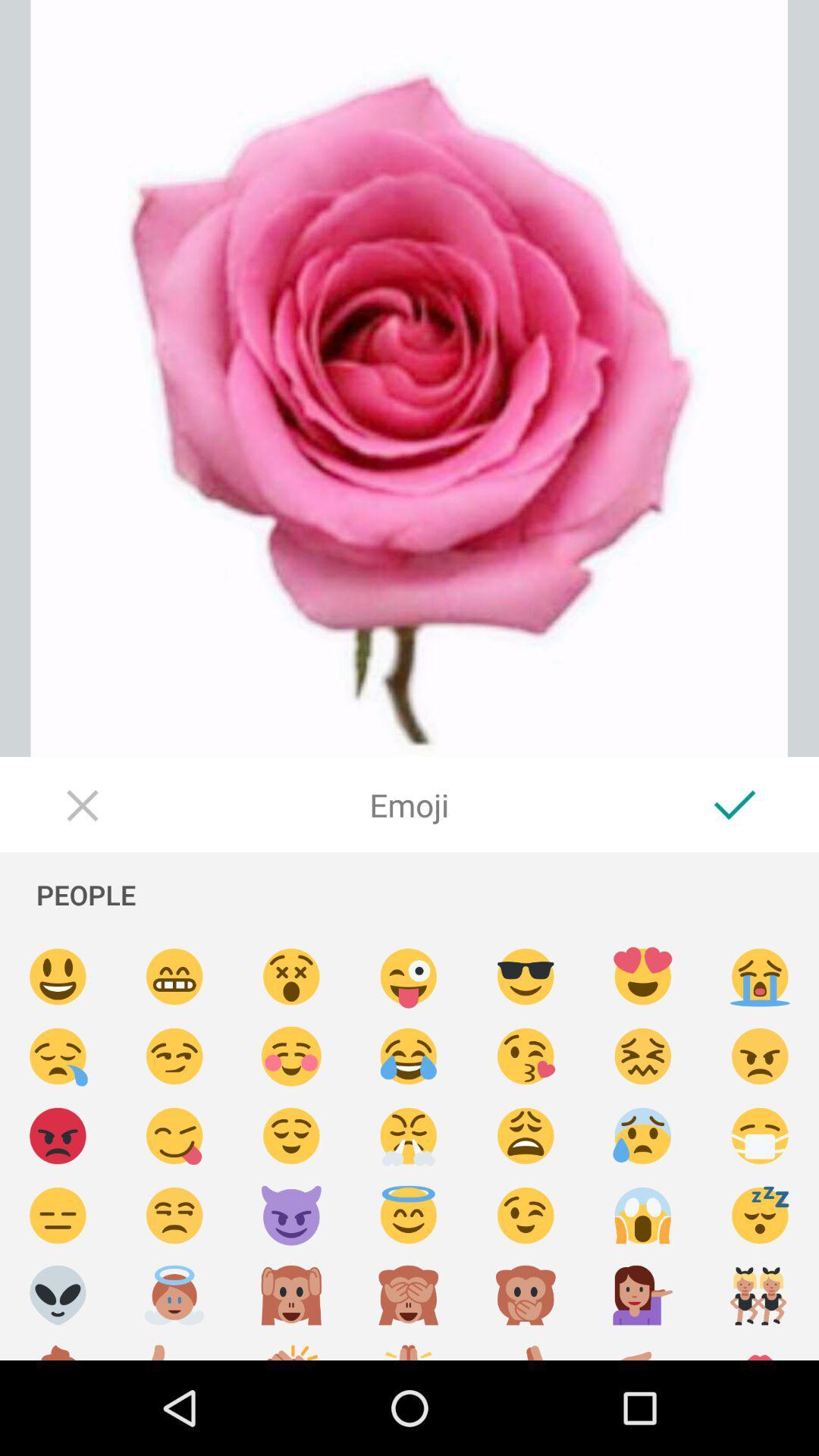 This screenshot has height=1456, width=819. Describe the element at coordinates (643, 1216) in the screenshot. I see `insert scared emoji` at that location.